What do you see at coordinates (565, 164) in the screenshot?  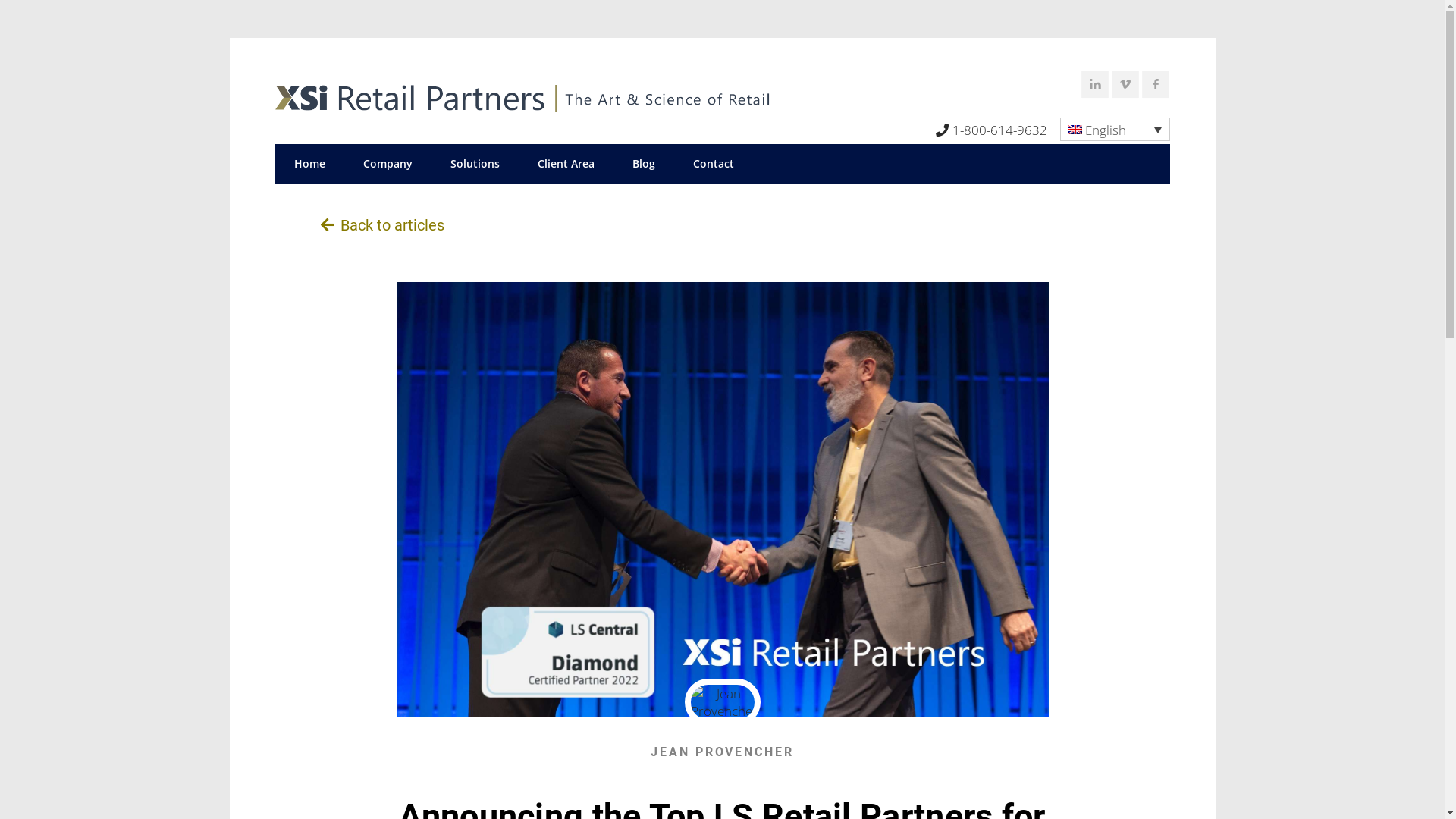 I see `'Client Area'` at bounding box center [565, 164].